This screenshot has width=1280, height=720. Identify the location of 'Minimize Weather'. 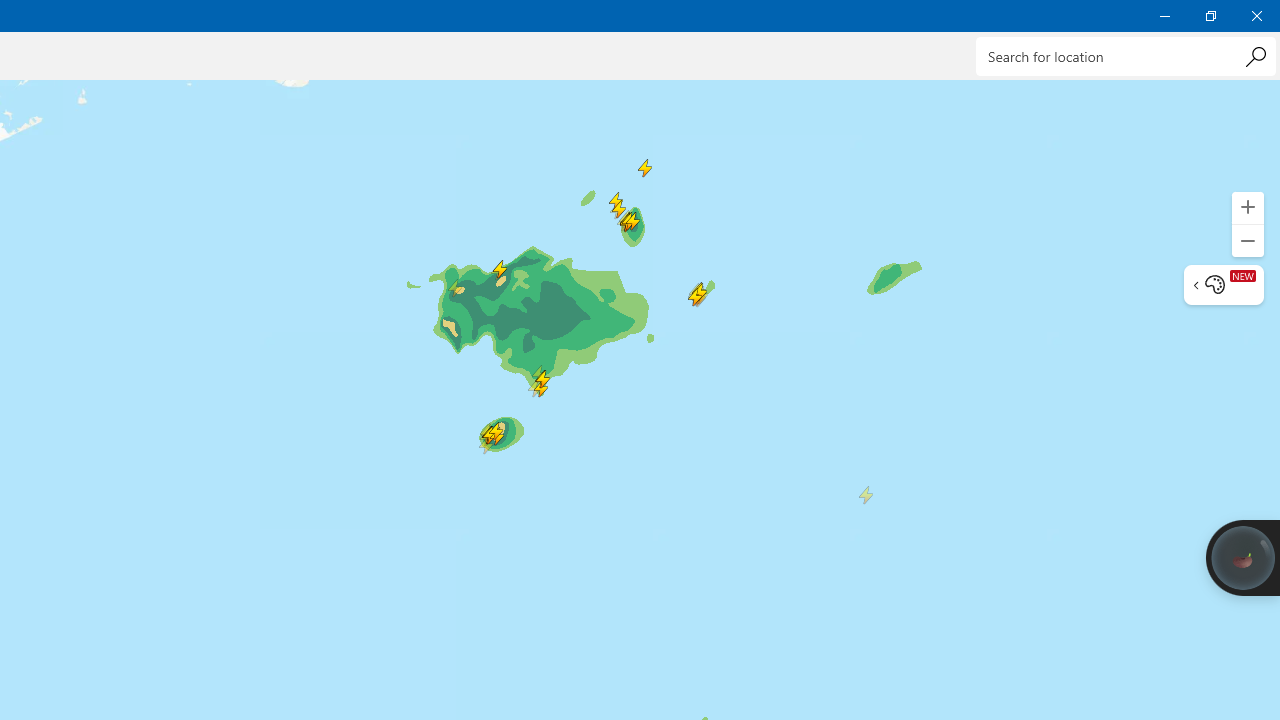
(1164, 15).